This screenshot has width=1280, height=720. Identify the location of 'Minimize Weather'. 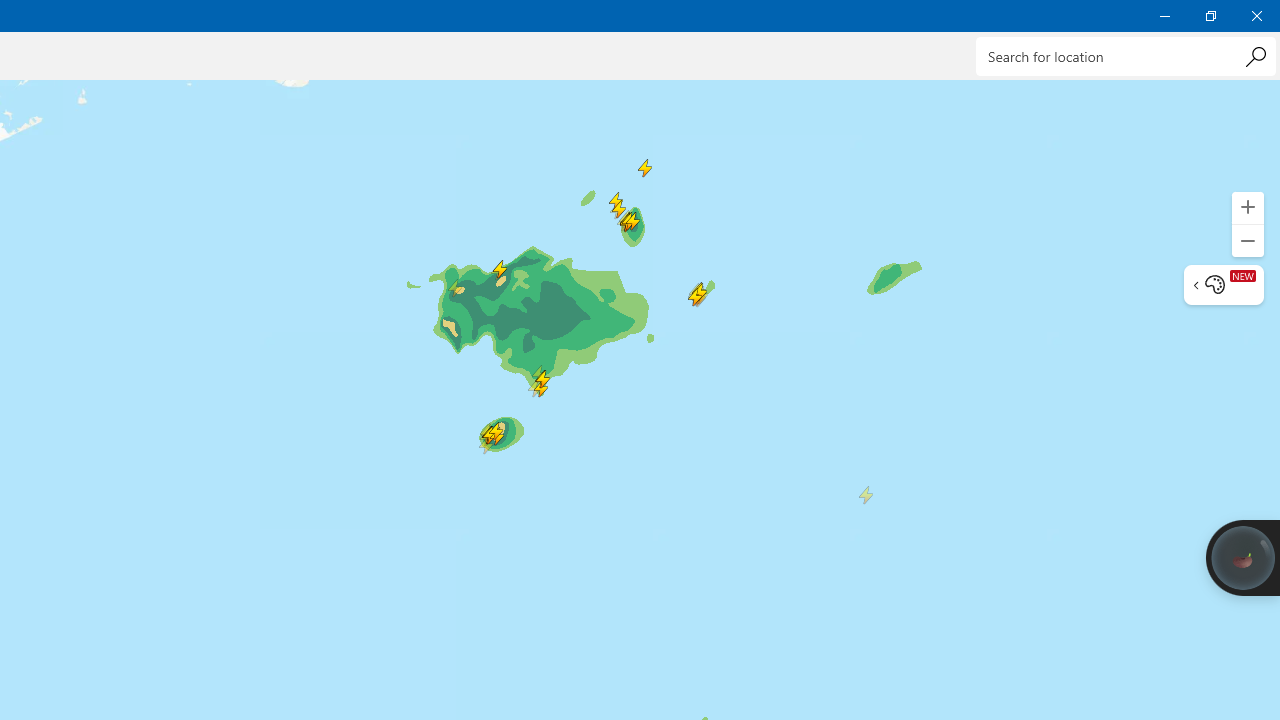
(1164, 15).